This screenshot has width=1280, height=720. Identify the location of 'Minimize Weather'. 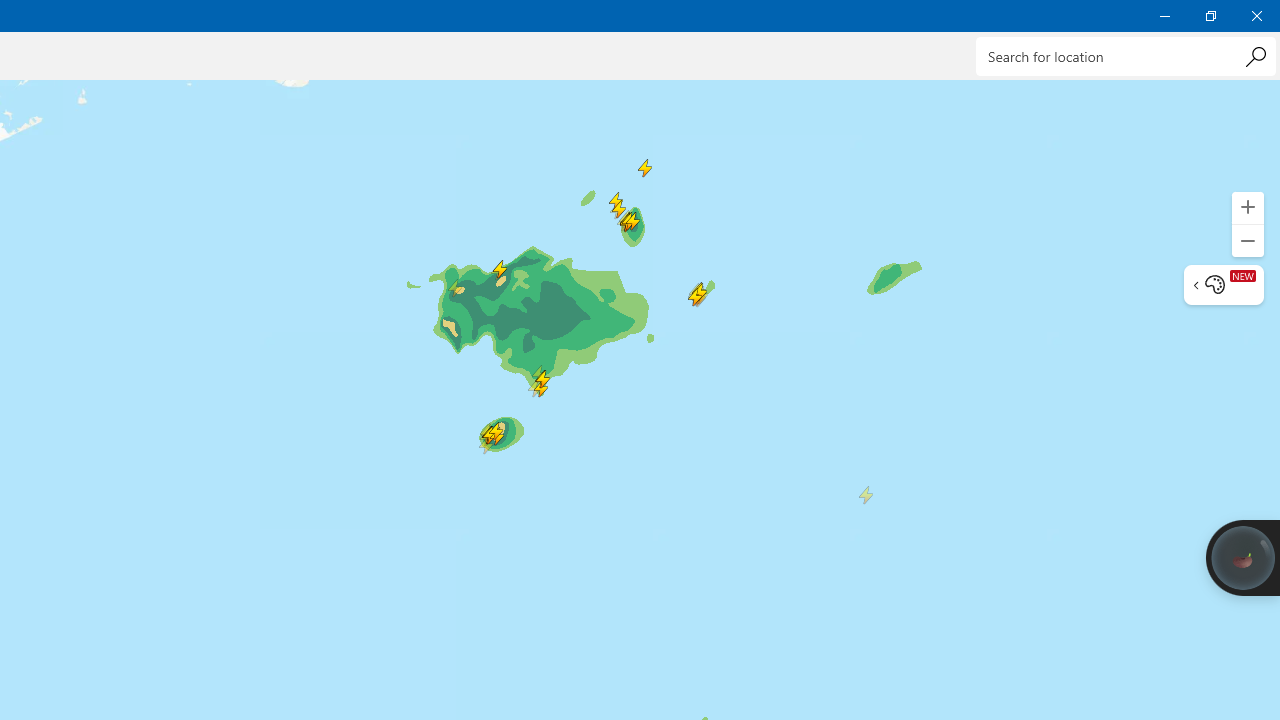
(1164, 15).